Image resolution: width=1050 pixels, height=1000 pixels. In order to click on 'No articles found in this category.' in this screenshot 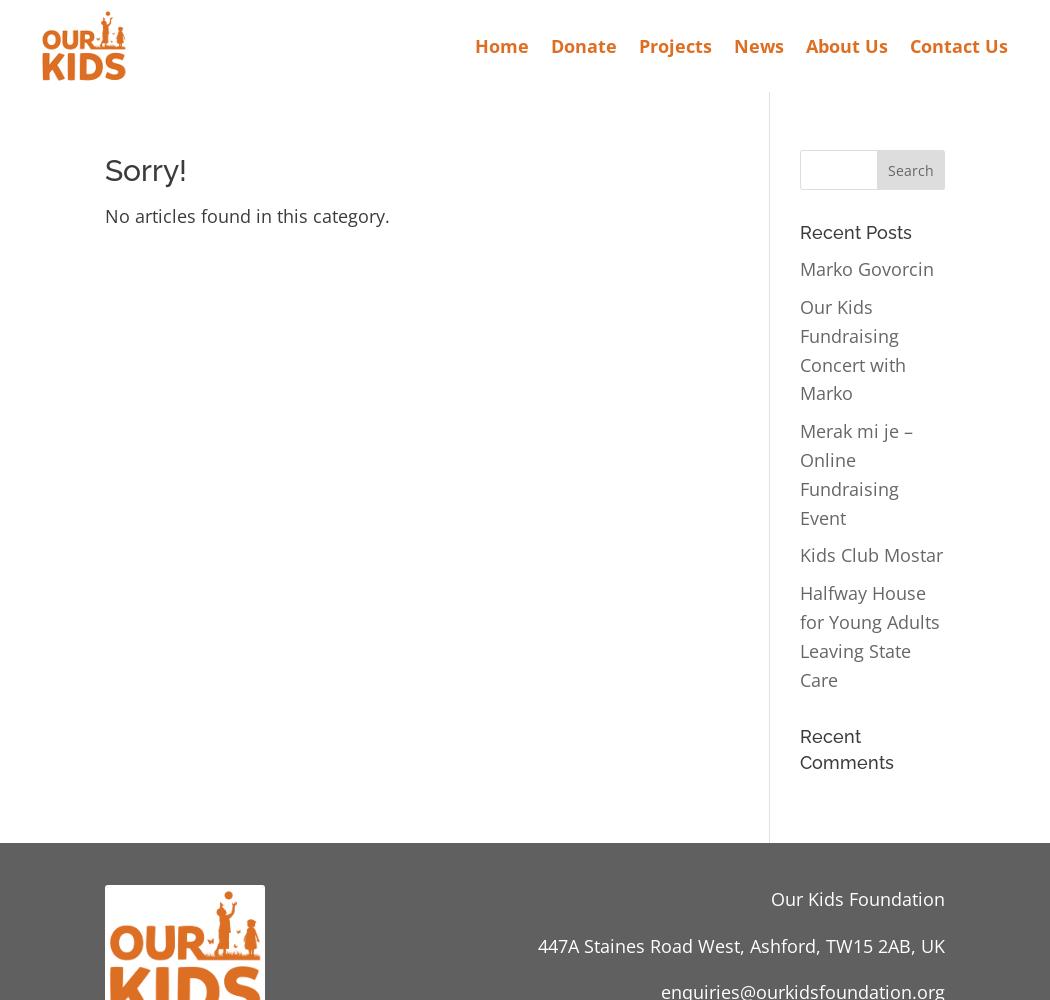, I will do `click(247, 215)`.